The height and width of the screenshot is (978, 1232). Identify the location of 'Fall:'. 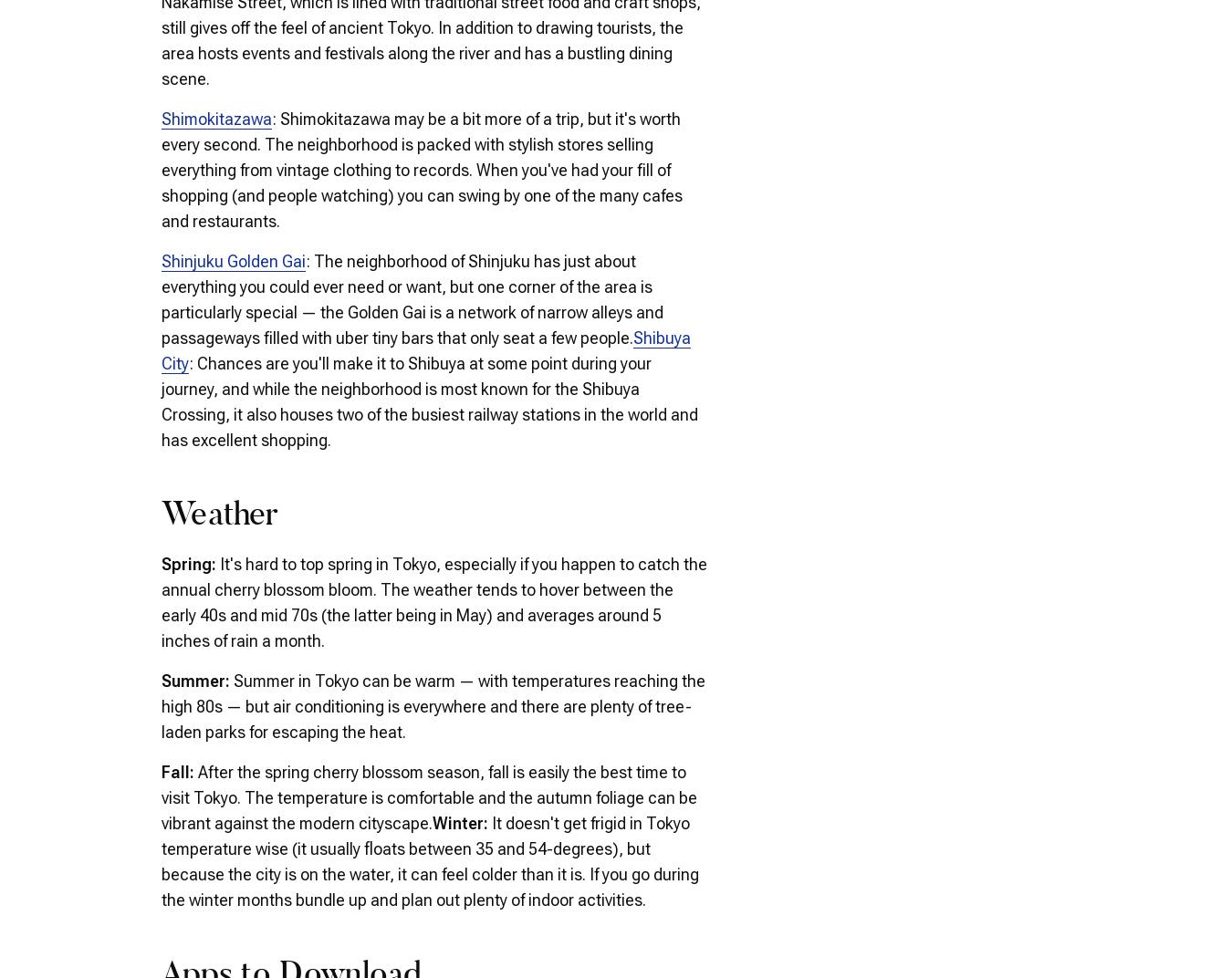
(161, 770).